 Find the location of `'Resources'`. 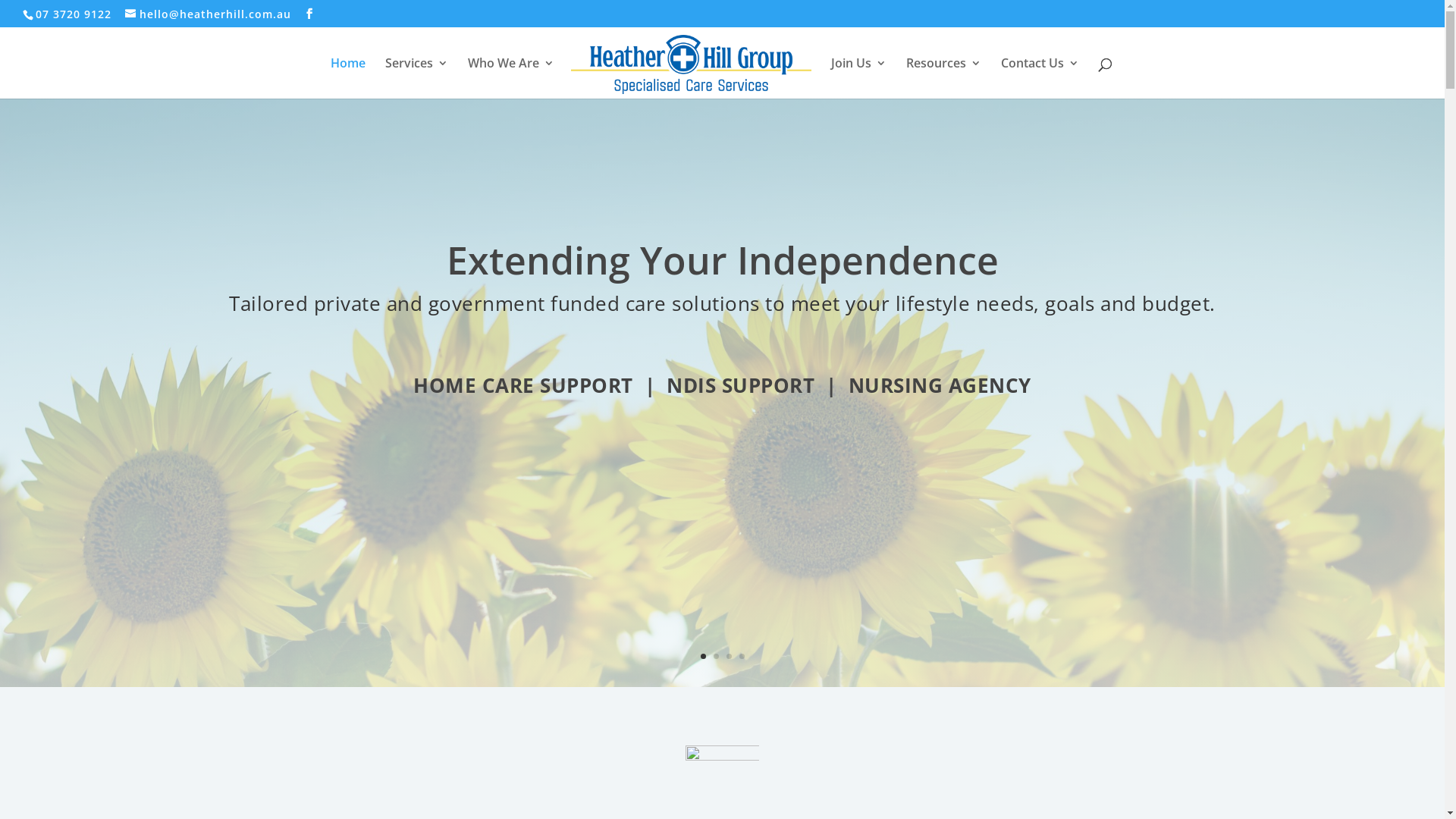

'Resources' is located at coordinates (943, 78).